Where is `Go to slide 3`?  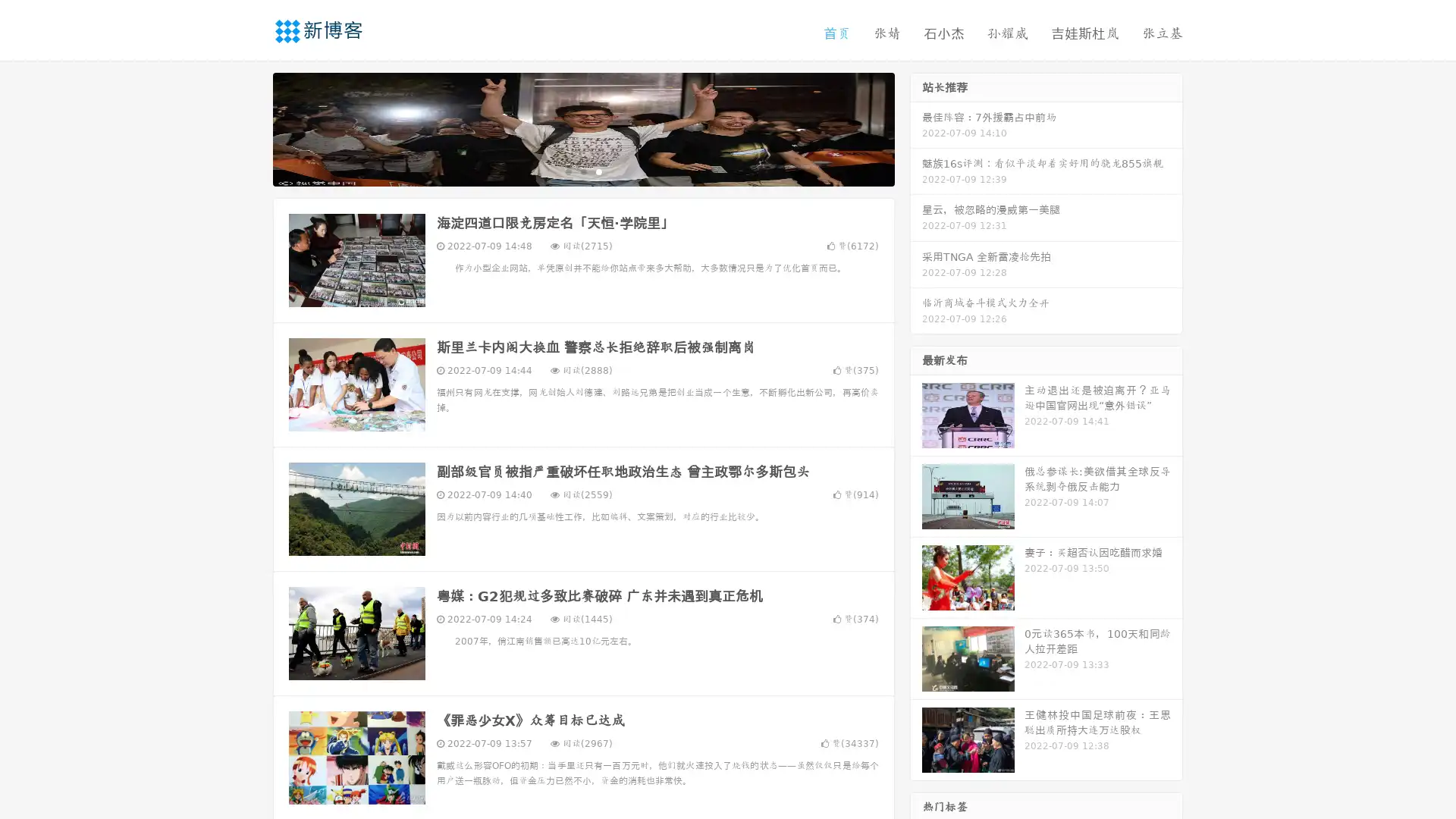 Go to slide 3 is located at coordinates (598, 171).